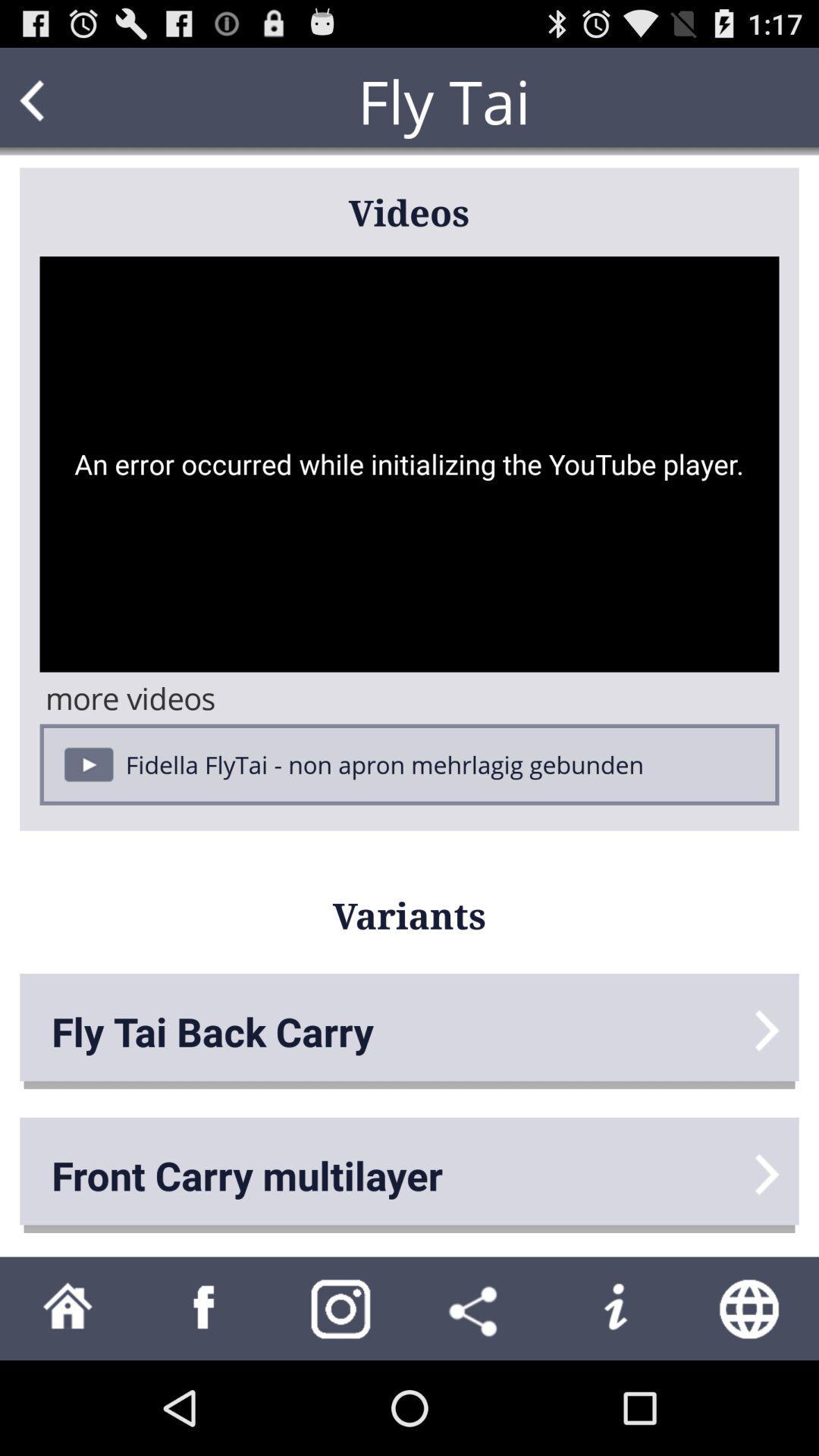  Describe the element at coordinates (614, 1307) in the screenshot. I see `get more information` at that location.